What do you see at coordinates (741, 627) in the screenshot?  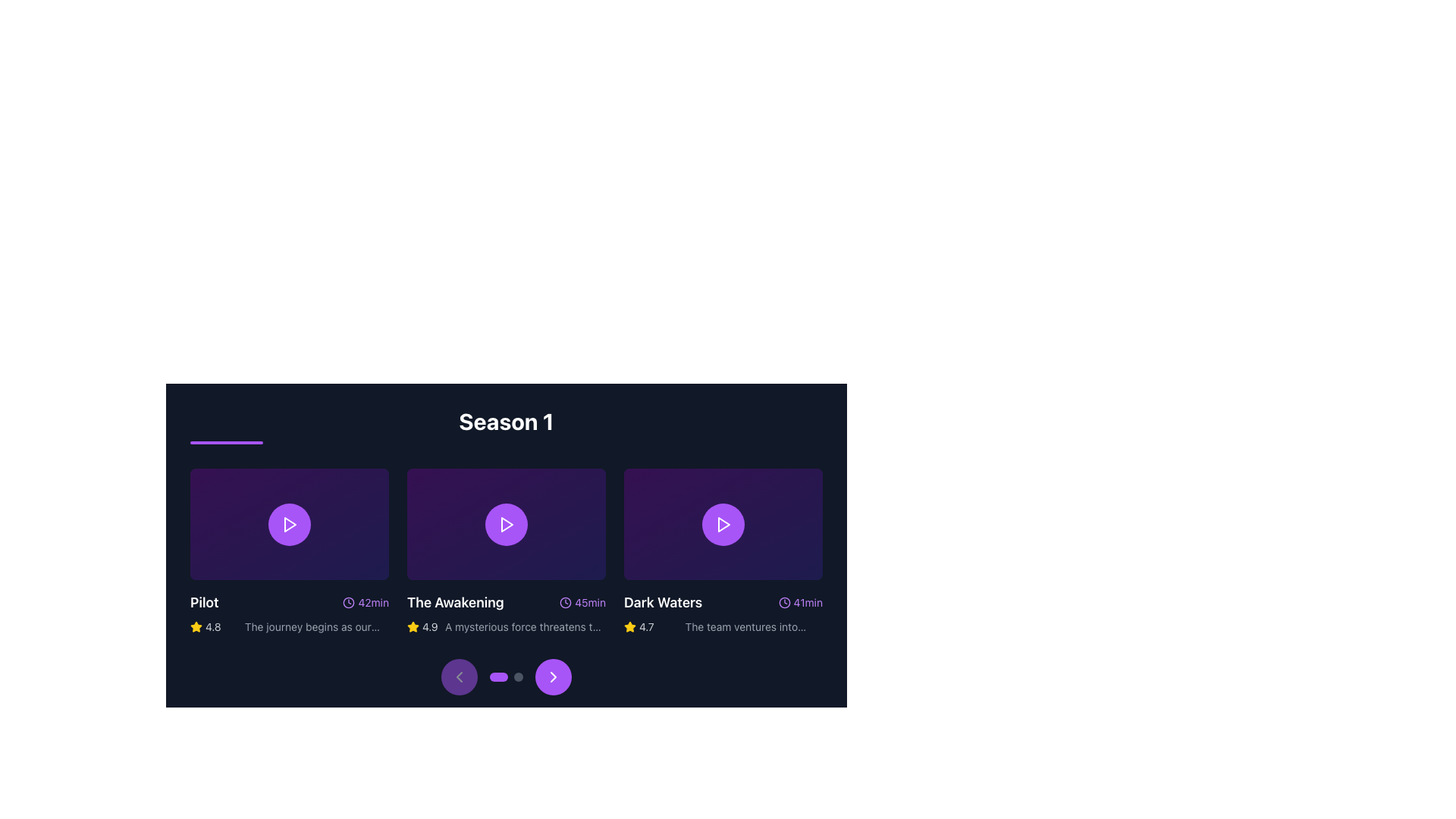 I see `text label providing a brief description of the 'Dark Waters' episode, located in the bottom right of the card, positioned below the title and next to the yellow star icon` at bounding box center [741, 627].